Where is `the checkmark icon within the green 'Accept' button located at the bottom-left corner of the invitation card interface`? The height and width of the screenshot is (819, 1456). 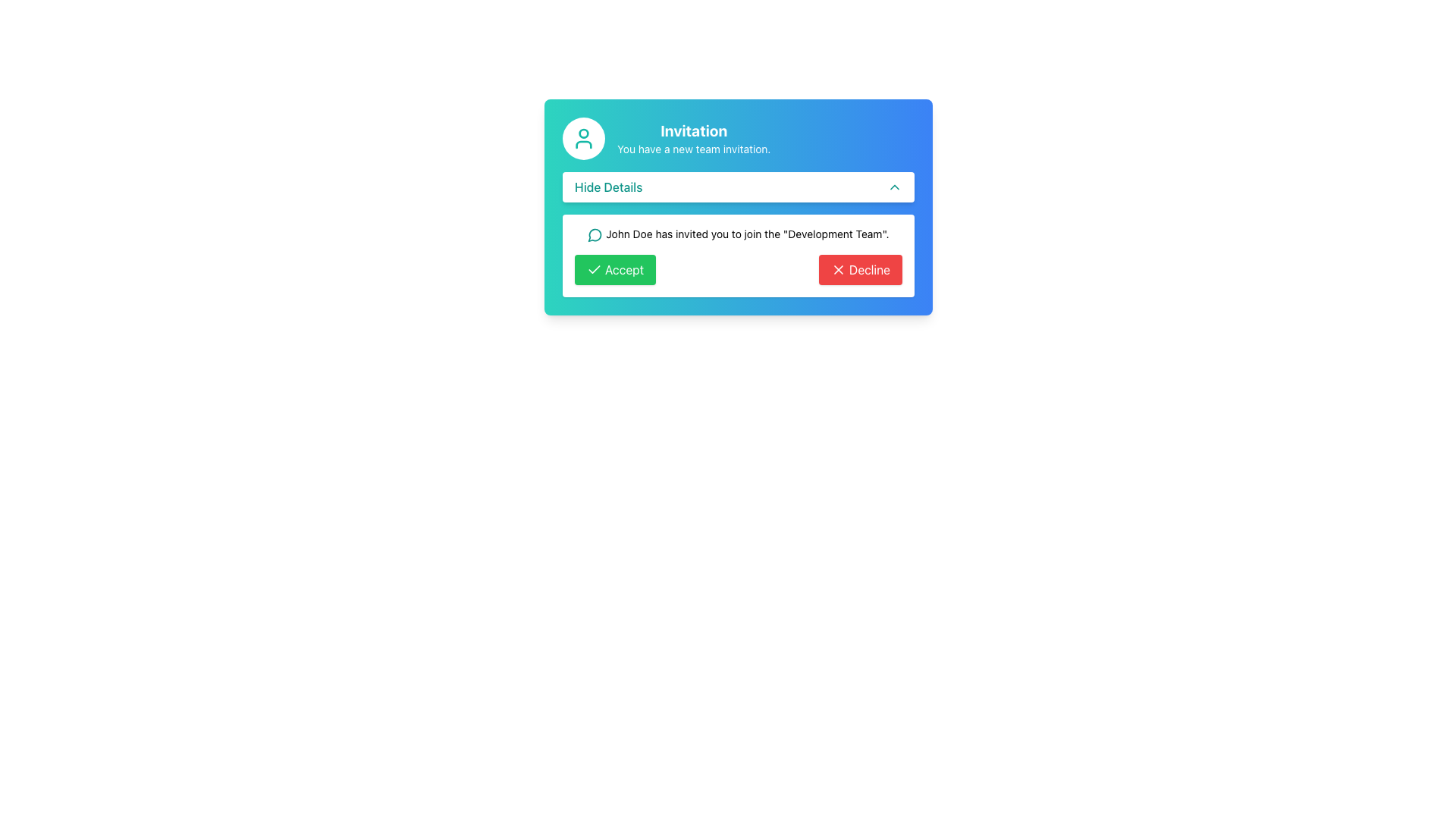
the checkmark icon within the green 'Accept' button located at the bottom-left corner of the invitation card interface is located at coordinates (593, 268).